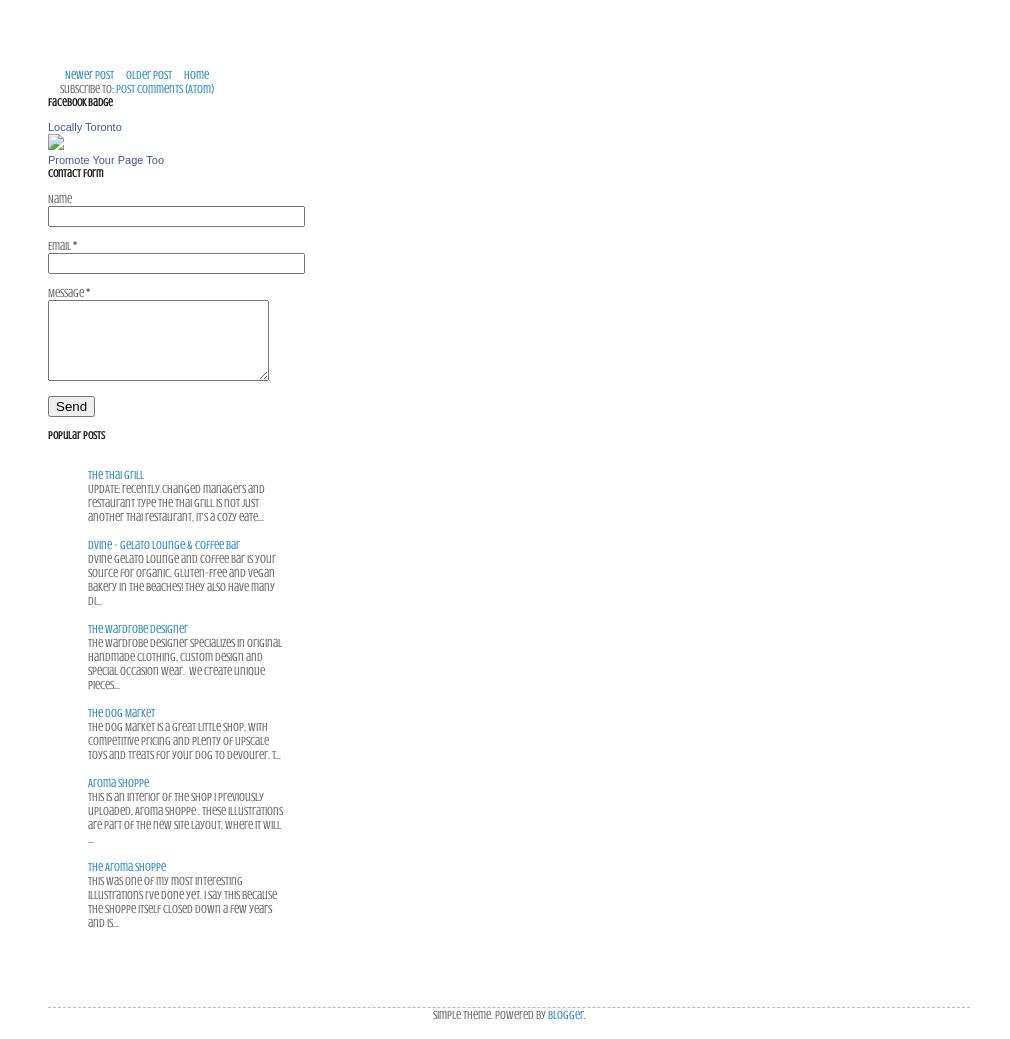 The image size is (1010, 1039). I want to click on 'Post Comments (Atom)', so click(164, 87).